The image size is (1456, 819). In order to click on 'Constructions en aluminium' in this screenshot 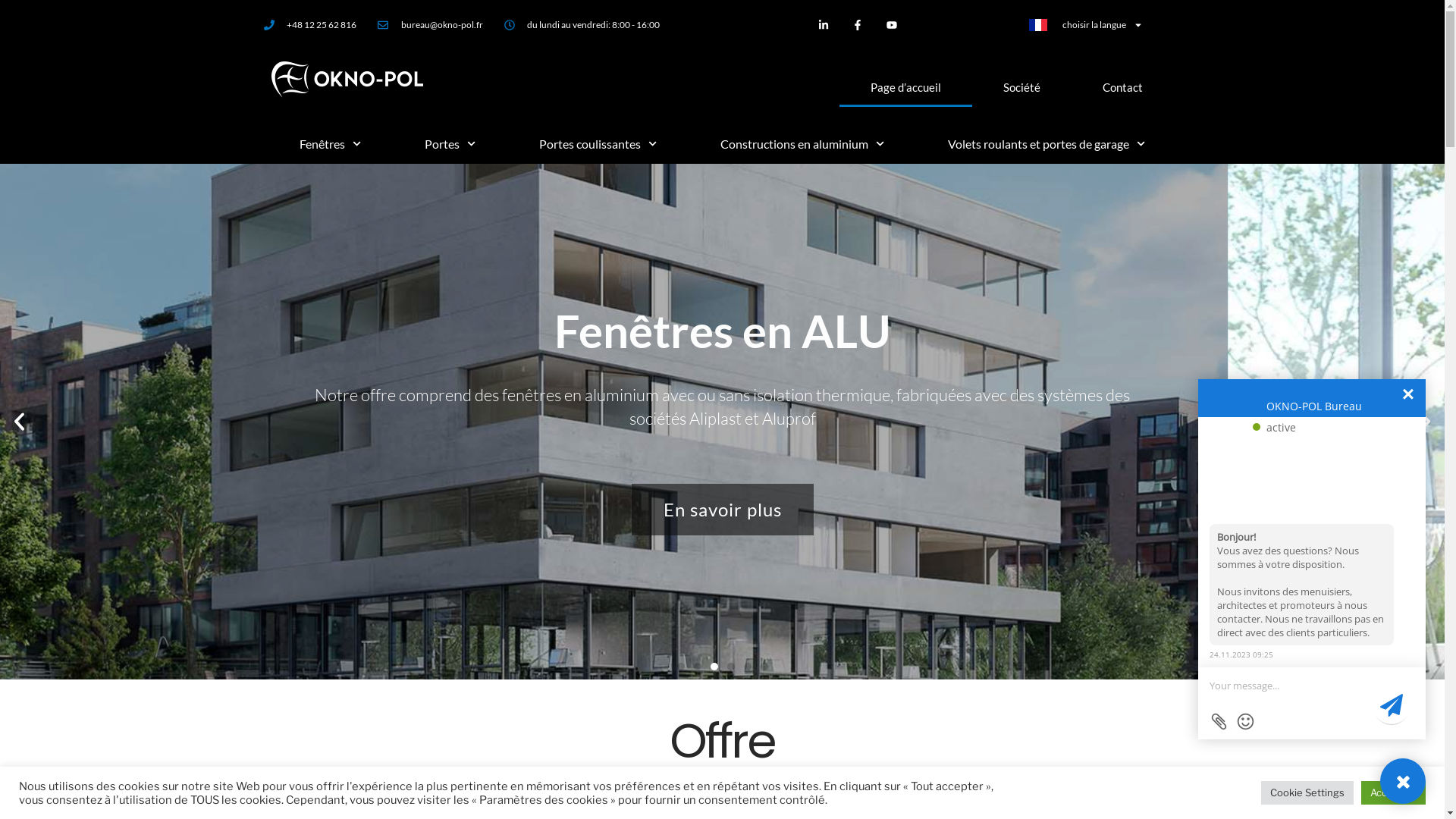, I will do `click(801, 143)`.